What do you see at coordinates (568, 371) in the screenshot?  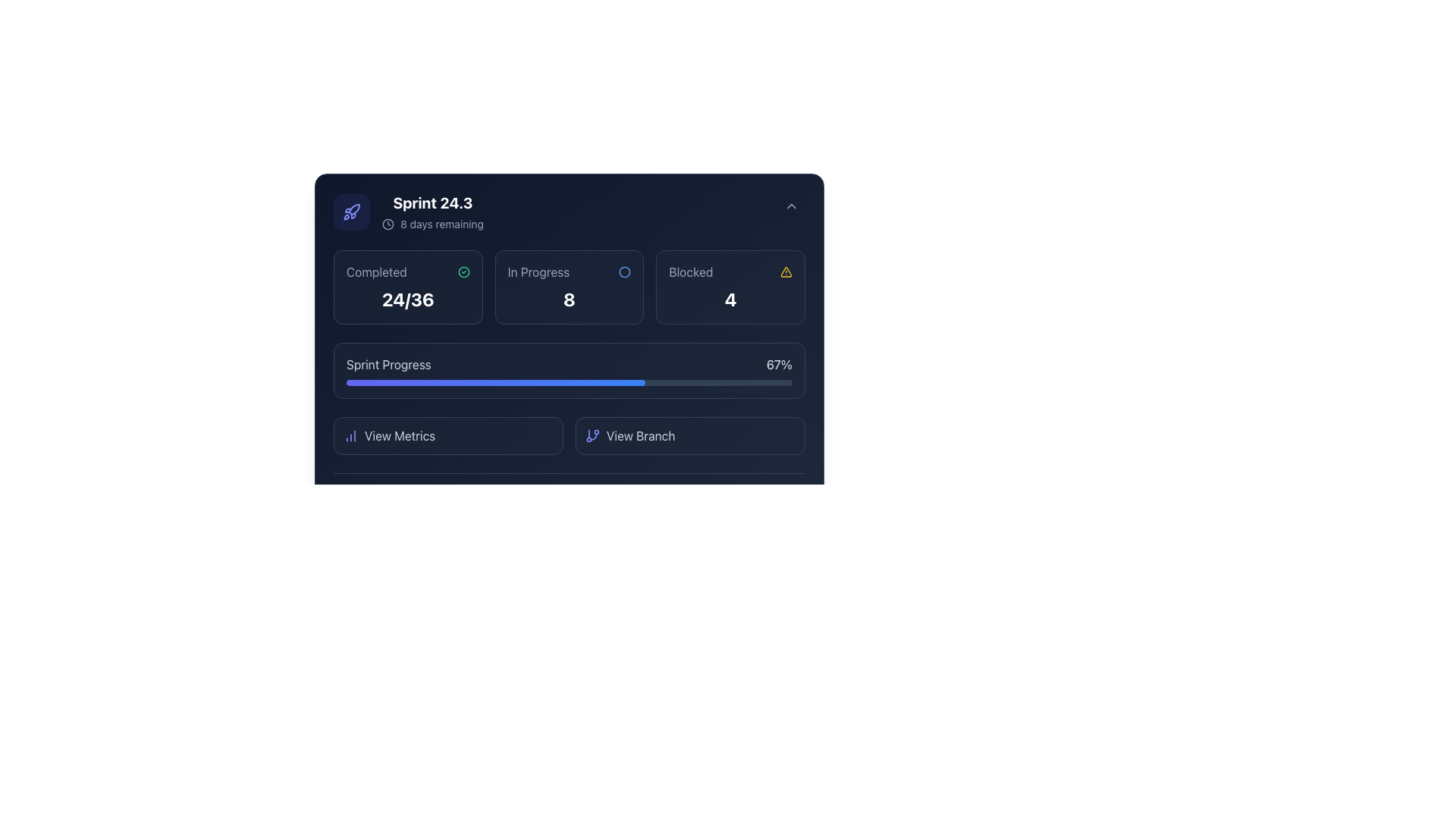 I see `the progress bar with rounded edges that displays a completion percentage of 67%` at bounding box center [568, 371].